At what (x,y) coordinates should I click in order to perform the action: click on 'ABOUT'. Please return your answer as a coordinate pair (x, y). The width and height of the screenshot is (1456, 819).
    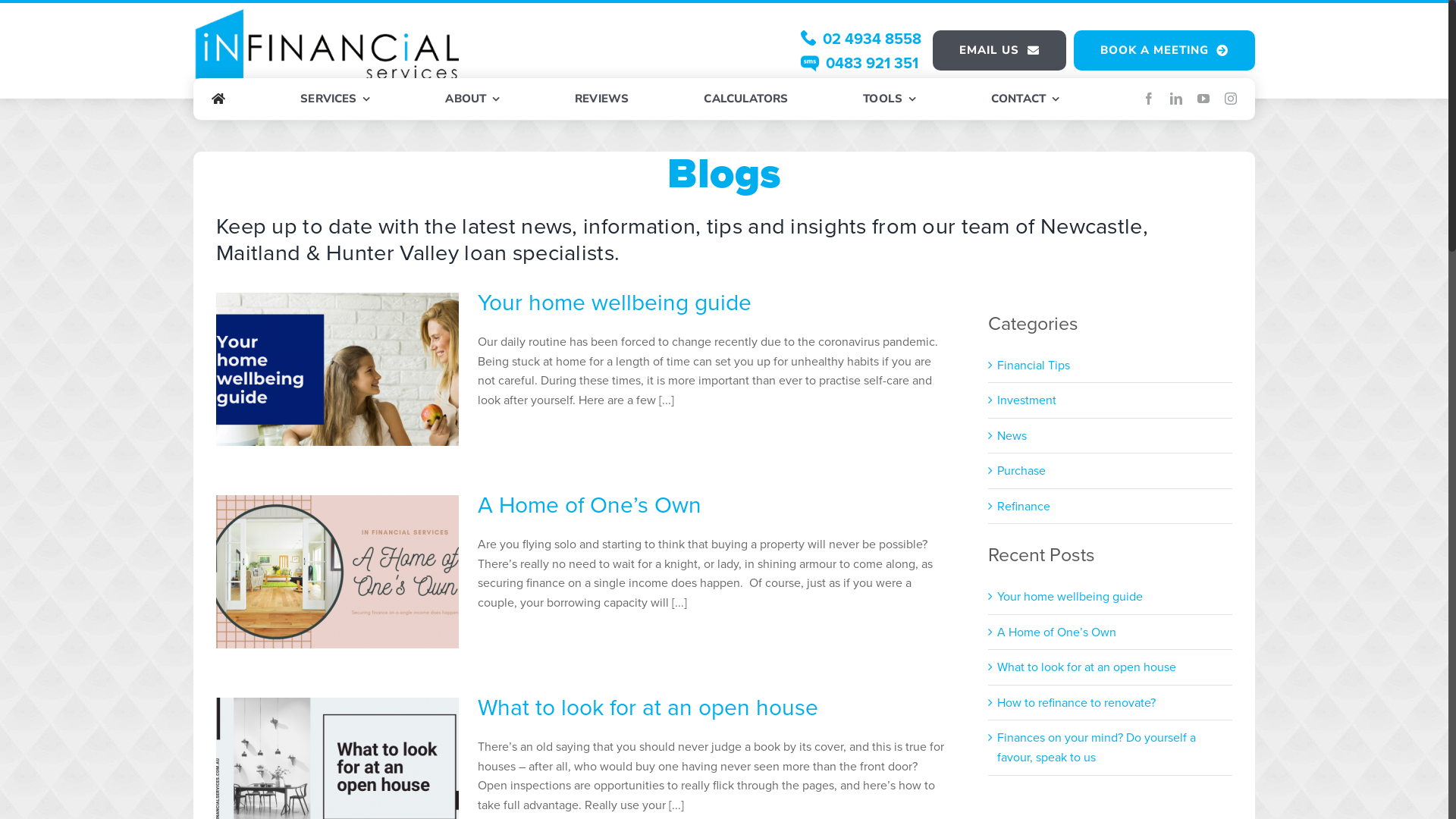
    Looking at the image, I should click on (471, 99).